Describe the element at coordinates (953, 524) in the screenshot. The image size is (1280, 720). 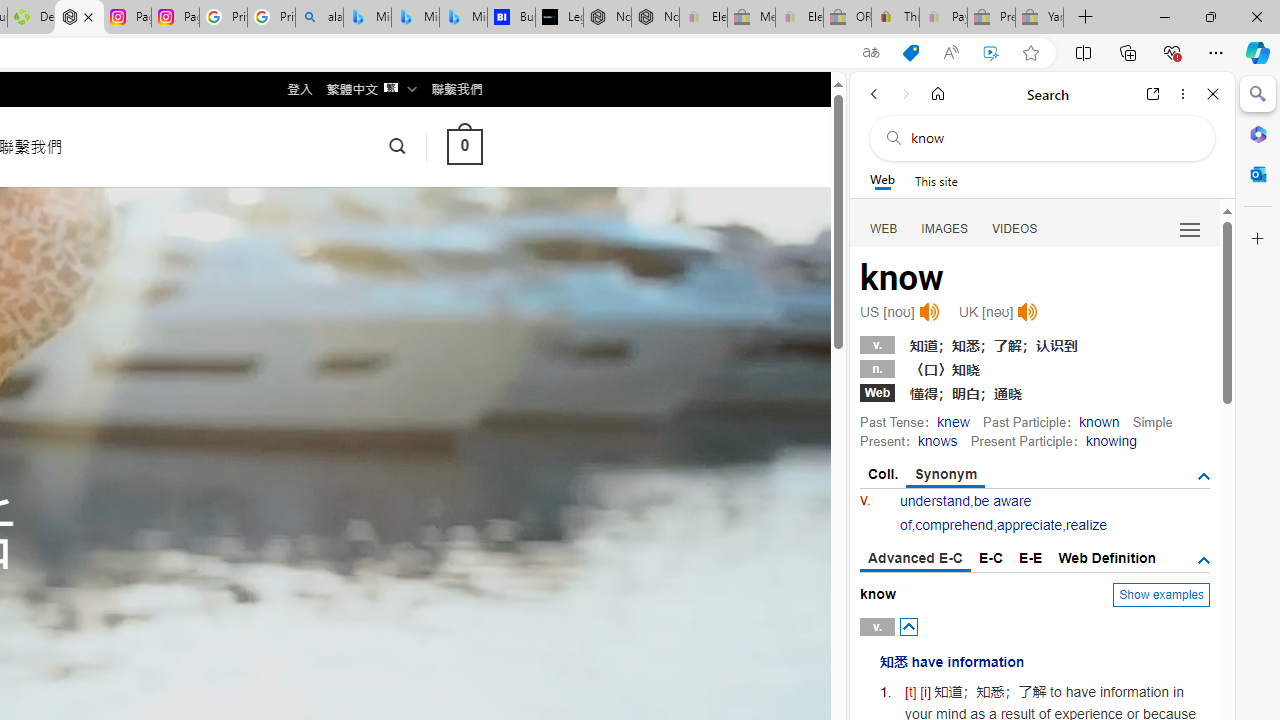
I see `'comprehend'` at that location.